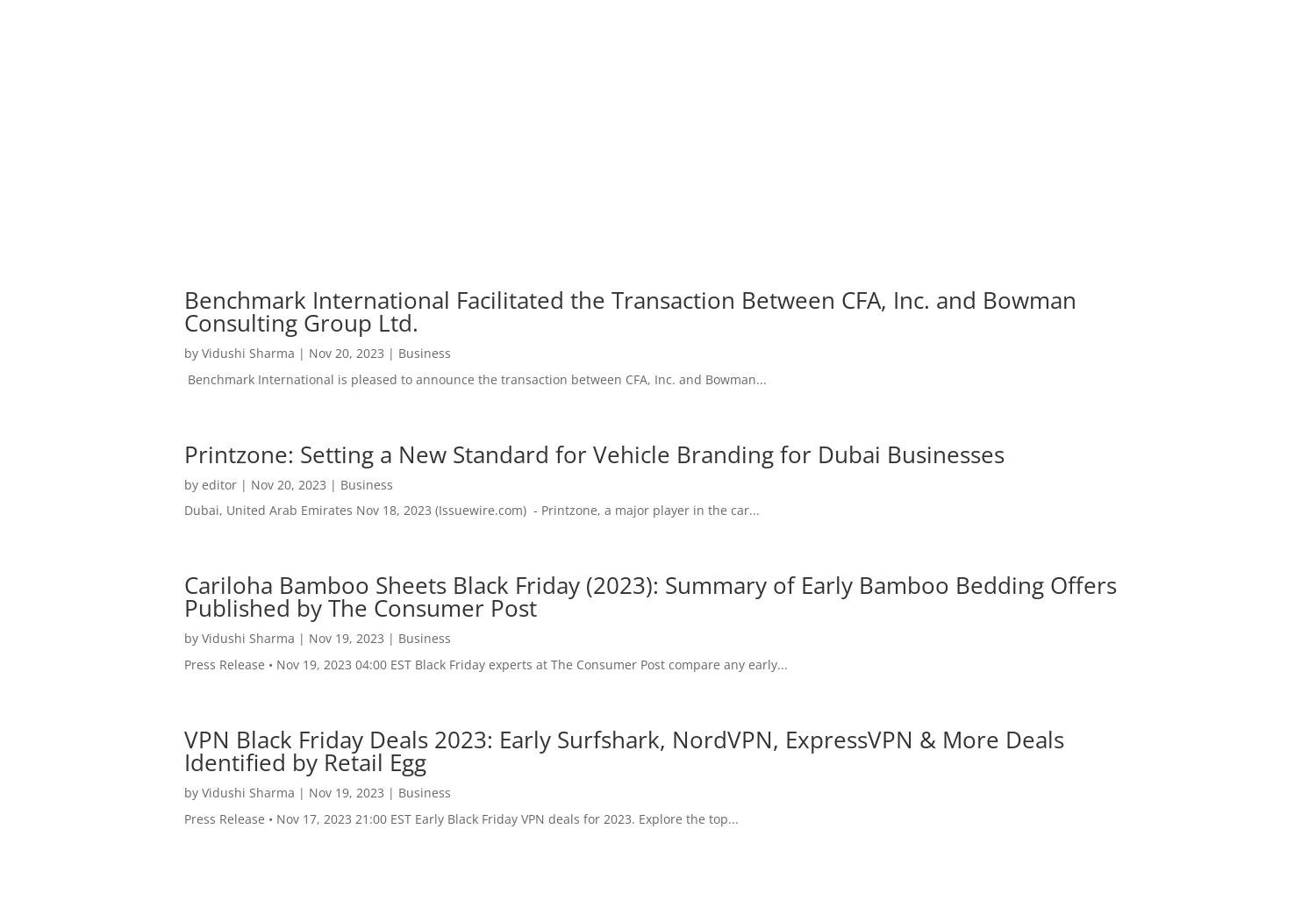  I want to click on 'Press Release • Nov 17, 2023 21:00 EST Early Black Friday VPN deals for 2023. Explore the top...', so click(461, 817).